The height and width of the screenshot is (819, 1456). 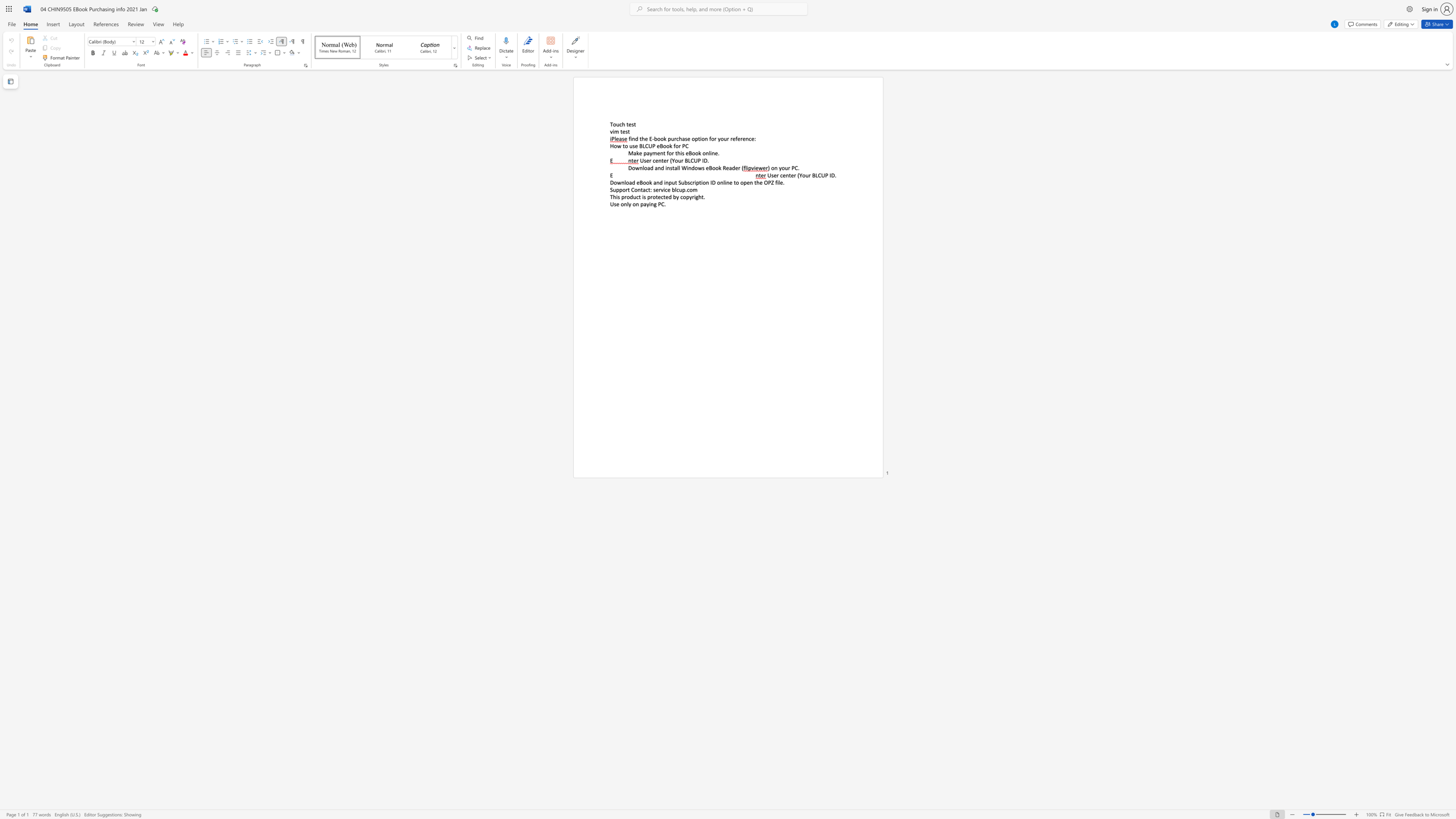 What do you see at coordinates (652, 196) in the screenshot?
I see `the subset text "otect" within the text "This product is protected by copyright."` at bounding box center [652, 196].